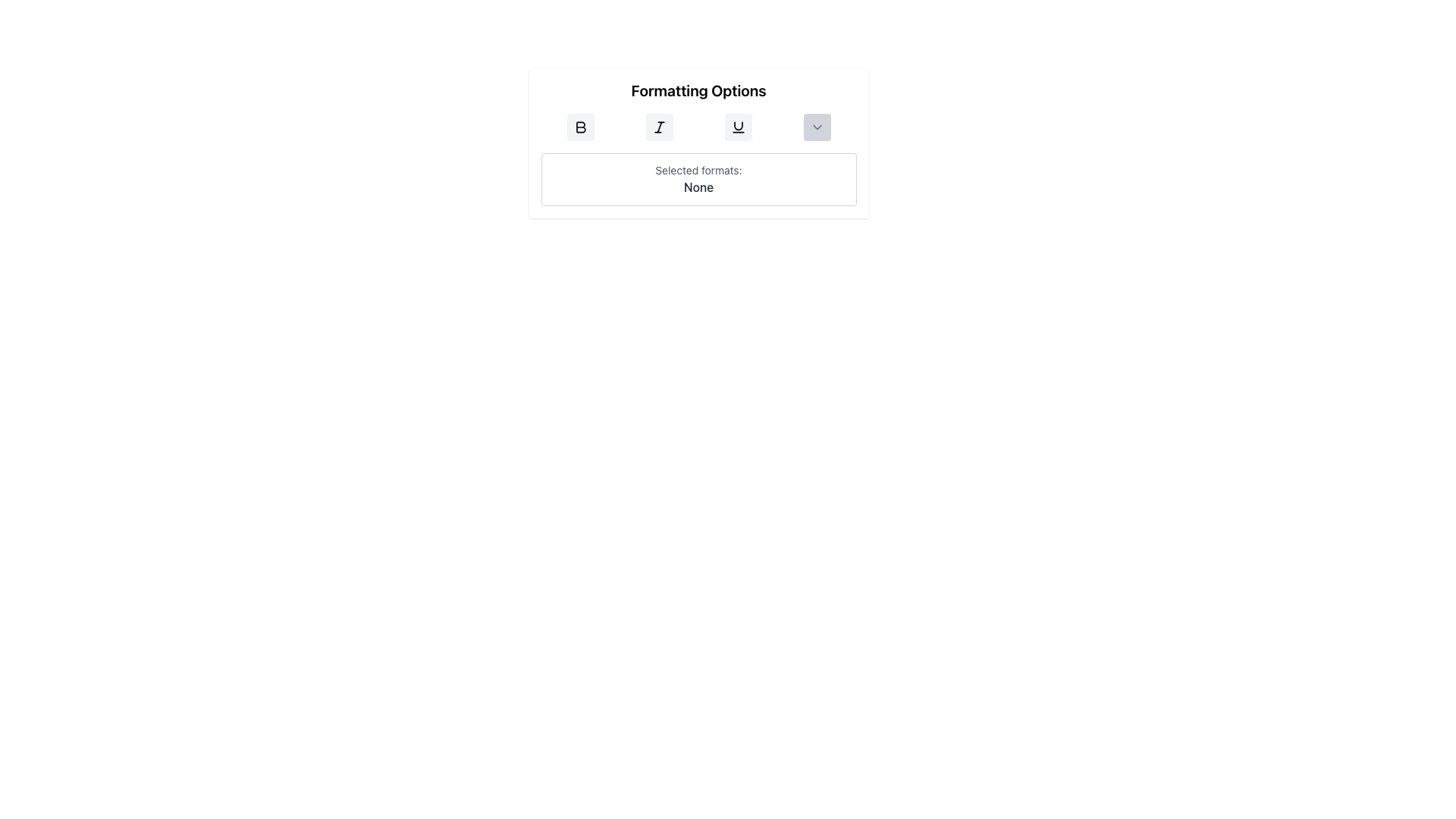 The image size is (1456, 819). I want to click on the bold text styling icon in the formatting toolbar, so click(579, 127).